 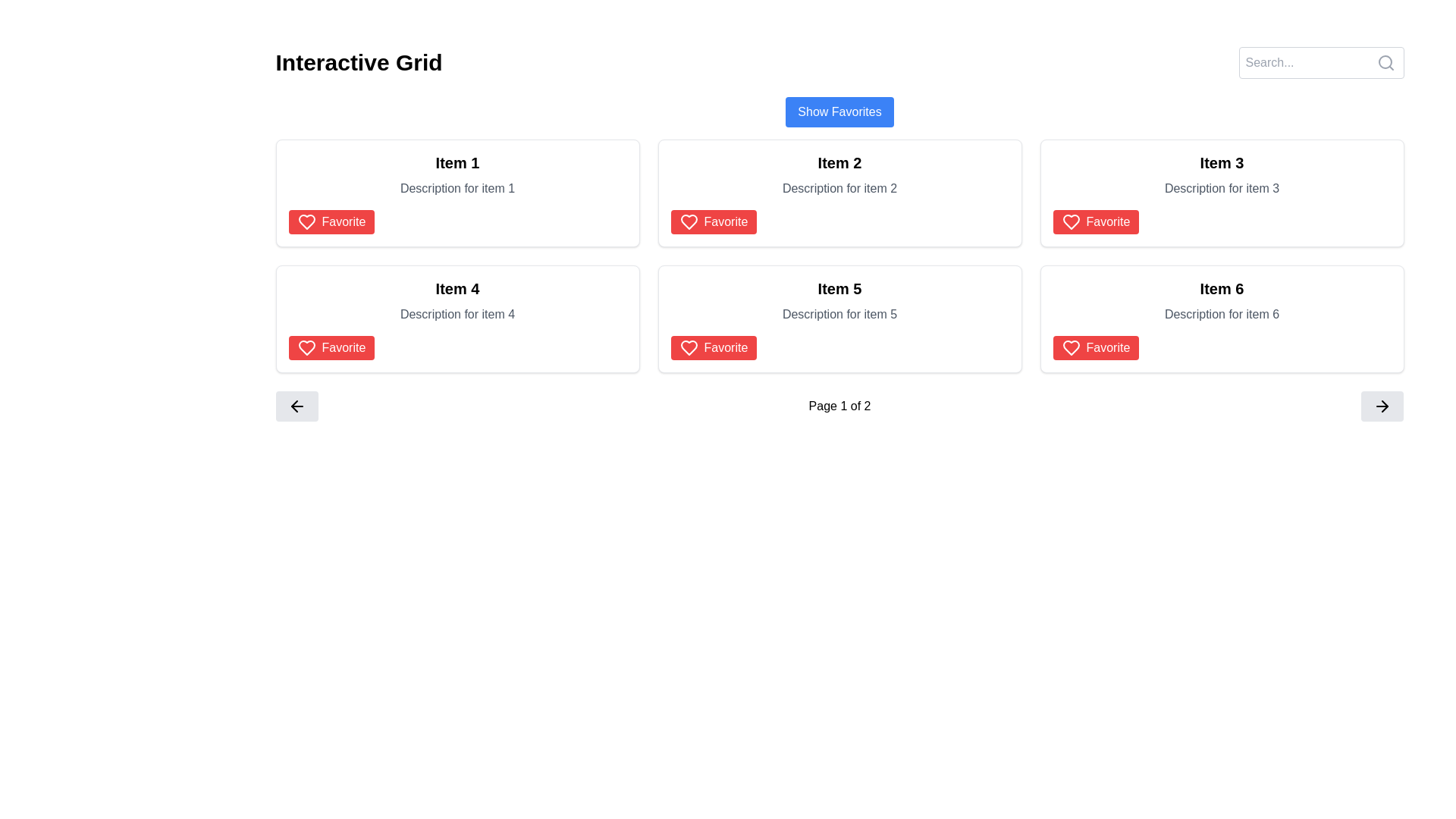 I want to click on the arrowhead icon in the bottom-right corner of the interface, which indicates forward navigation to the next page or set of items, so click(x=1385, y=406).